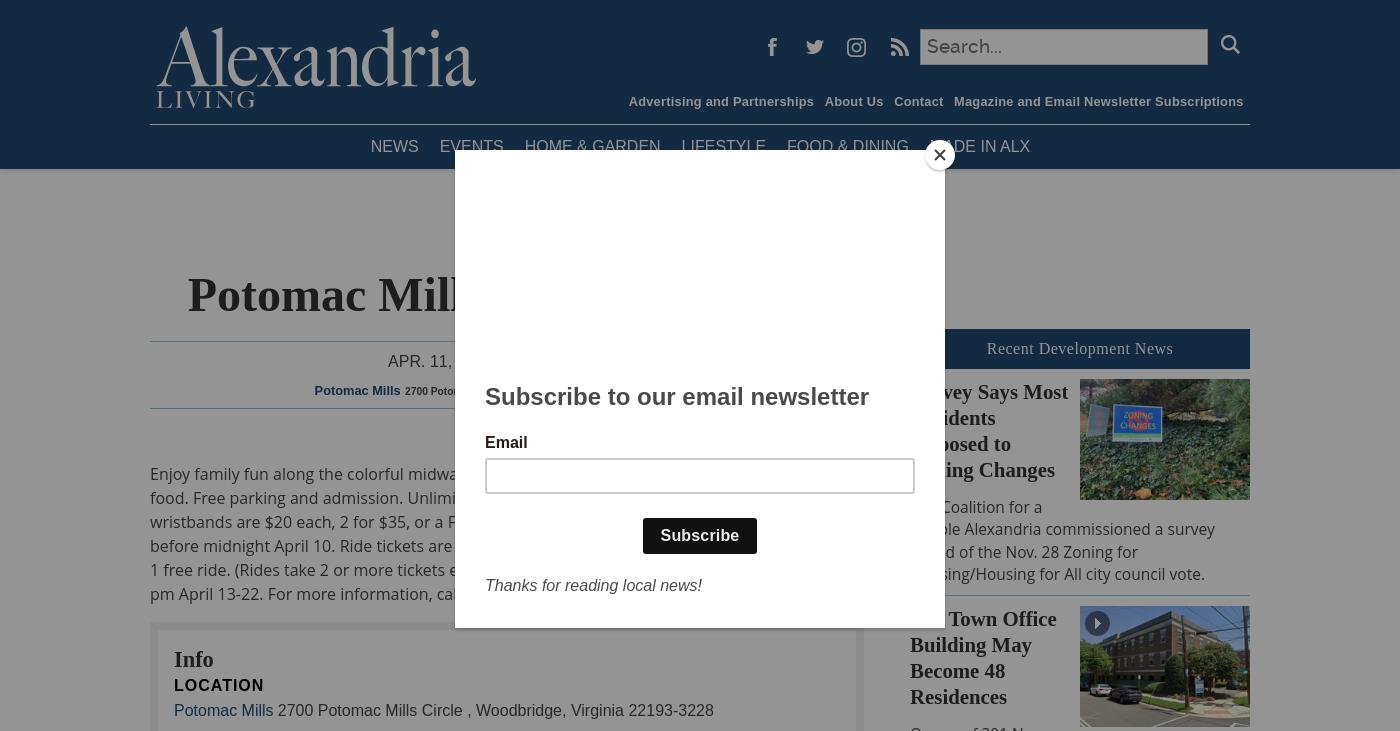 This screenshot has height=731, width=1400. I want to click on 'The Coalition for a Livable Alexandria commissioned a survey ahead of the Nov. 28 Zoning for Housing/Housing for All city council vote.', so click(1062, 538).